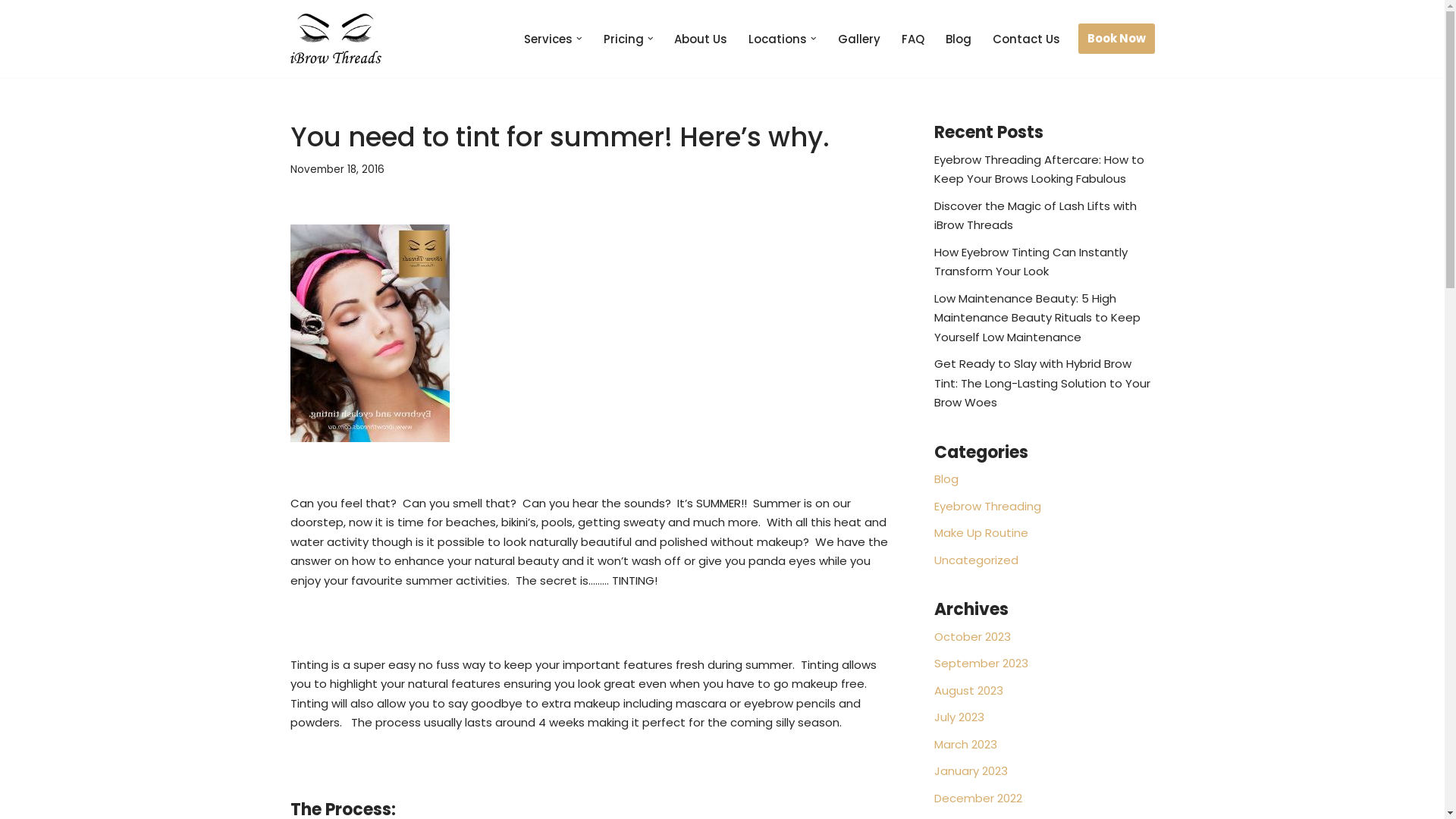 This screenshot has width=1456, height=819. I want to click on 'How Eyebrow Tinting Can Instantly Transform Your Look', so click(934, 261).